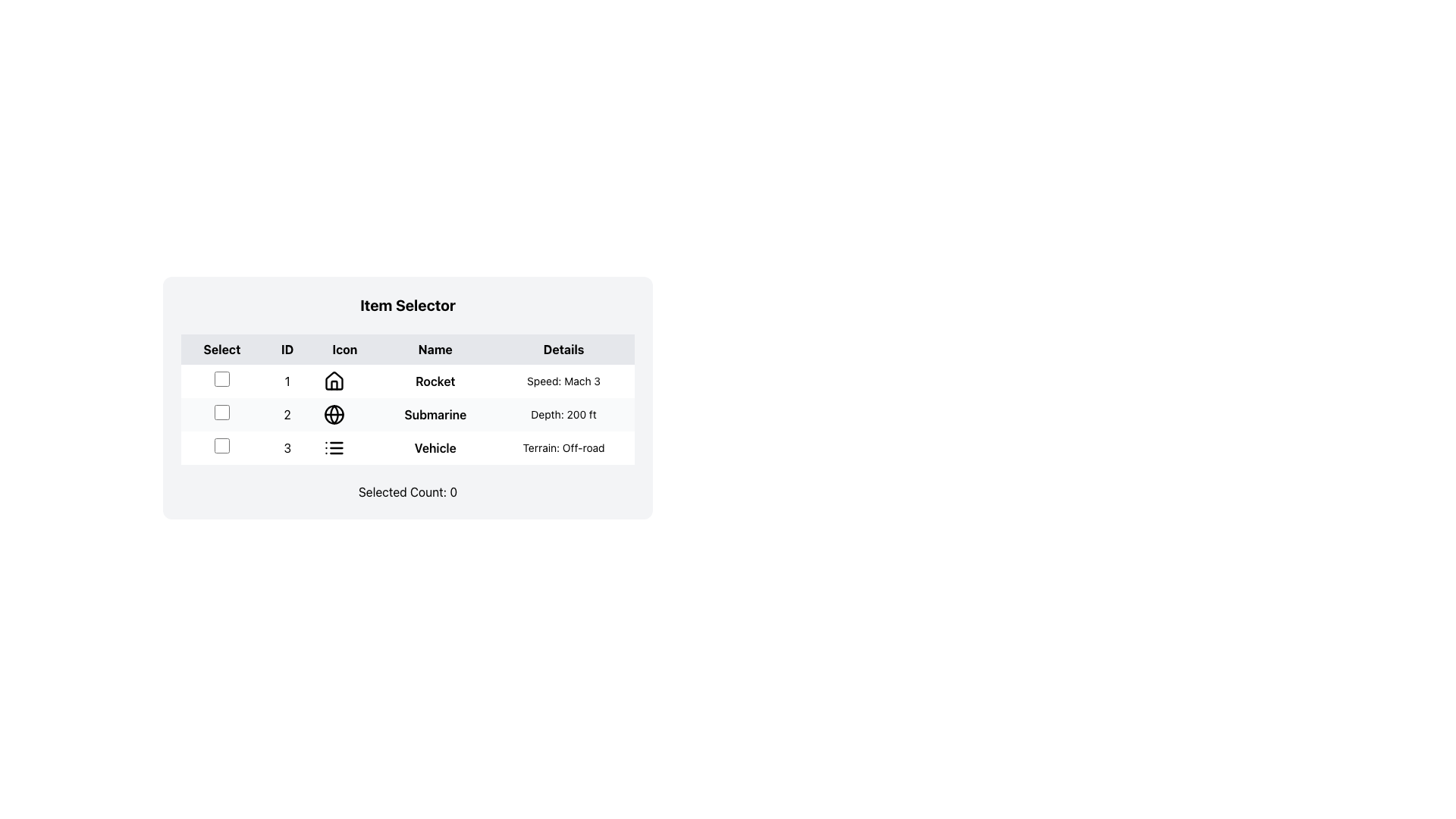 The width and height of the screenshot is (1456, 819). I want to click on the house icon representing the 'Rocket' object in the Item Selector table for information, so click(344, 380).